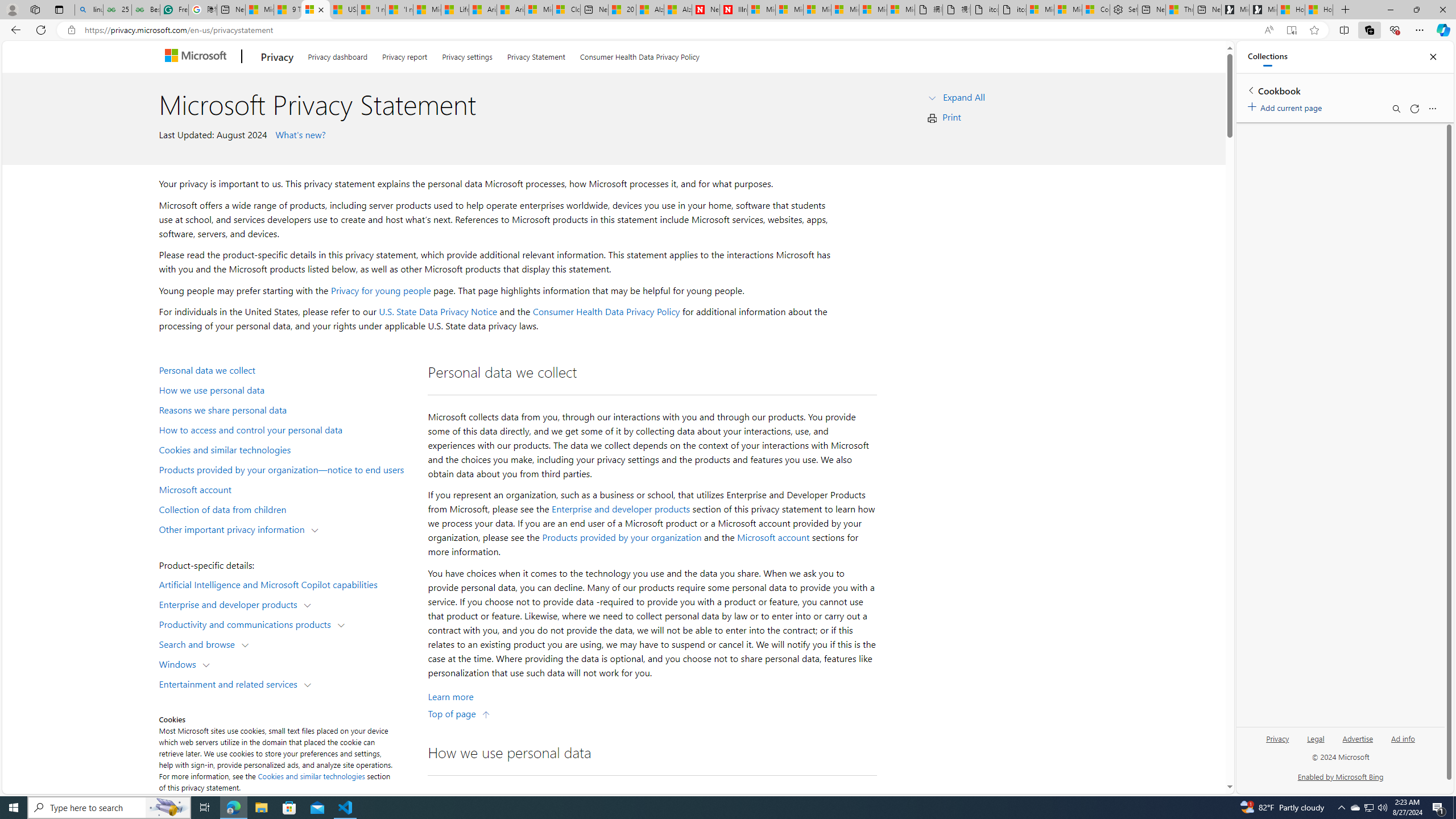  What do you see at coordinates (772, 537) in the screenshot?
I see `'Microsoft account'` at bounding box center [772, 537].